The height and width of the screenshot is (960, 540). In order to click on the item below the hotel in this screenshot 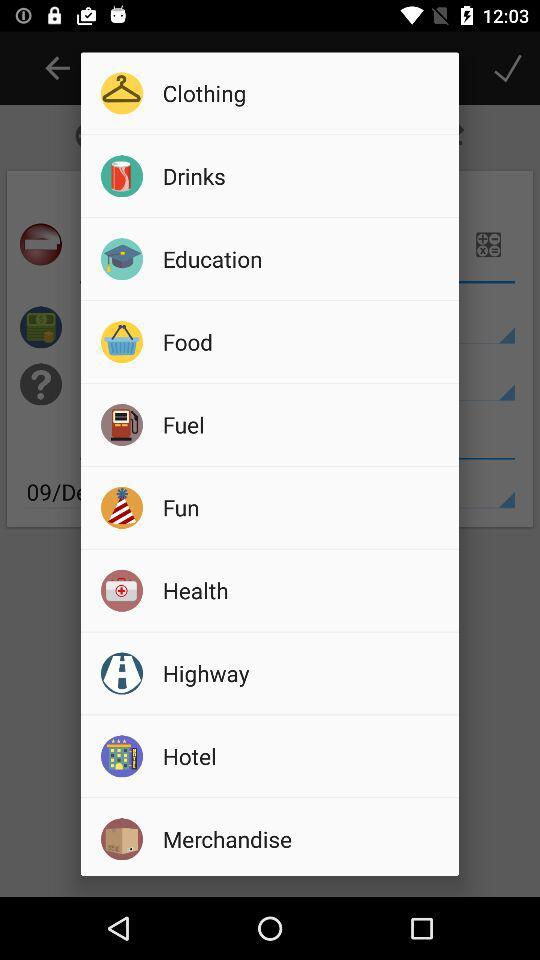, I will do `click(303, 839)`.